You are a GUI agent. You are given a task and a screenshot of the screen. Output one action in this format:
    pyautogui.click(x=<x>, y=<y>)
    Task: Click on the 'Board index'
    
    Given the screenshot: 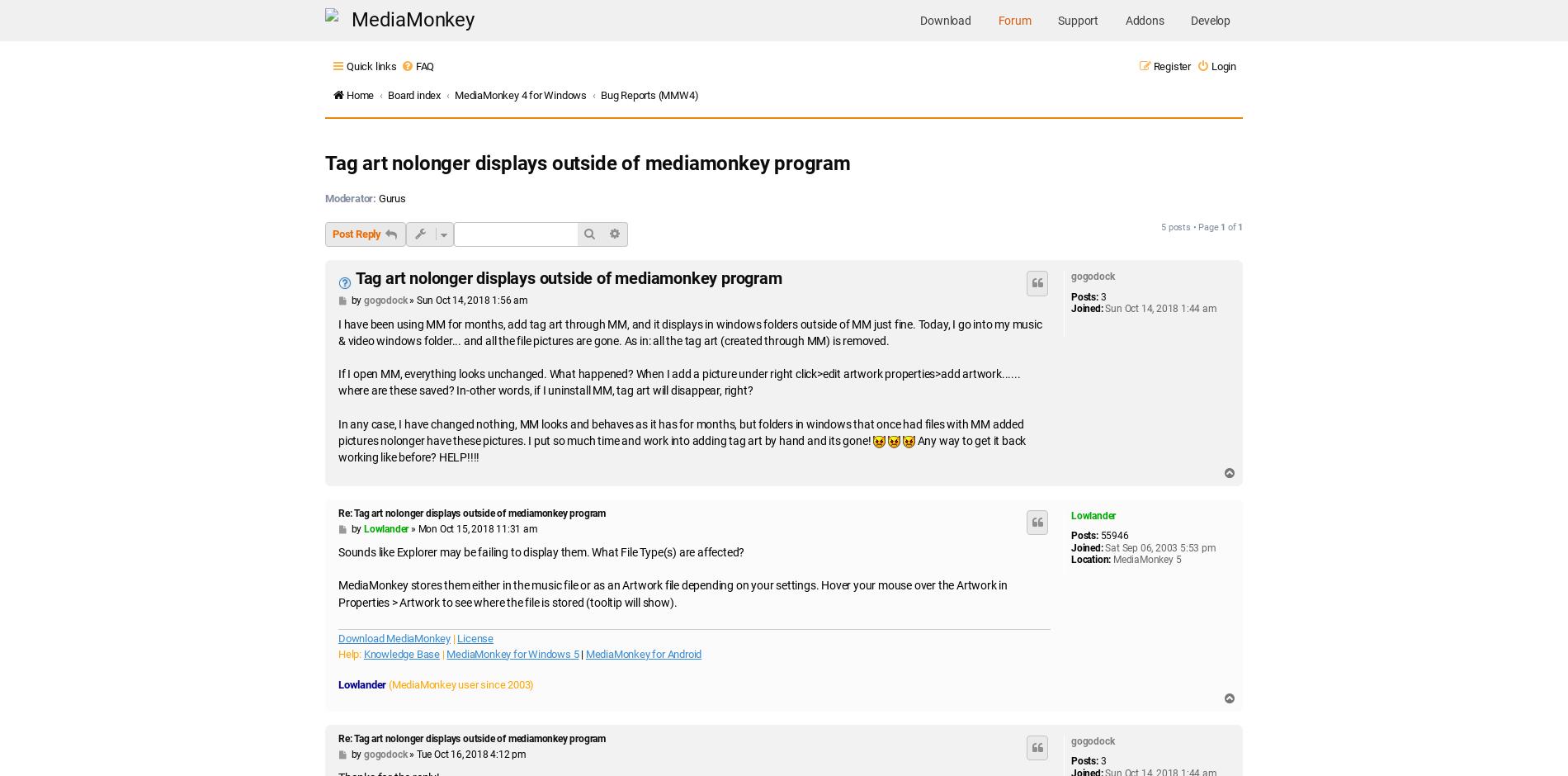 What is the action you would take?
    pyautogui.click(x=387, y=95)
    